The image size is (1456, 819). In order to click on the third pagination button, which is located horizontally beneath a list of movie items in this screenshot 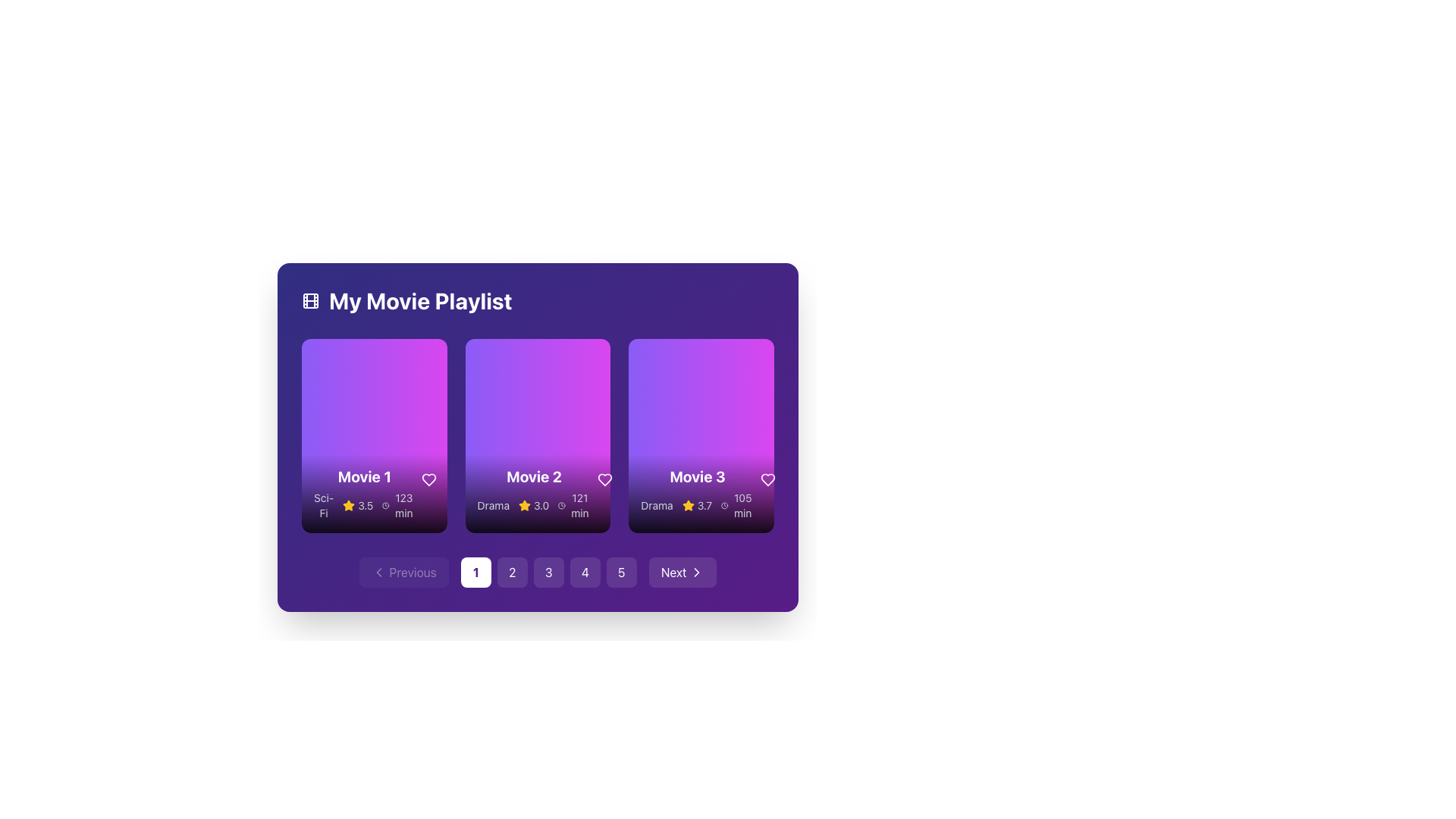, I will do `click(548, 573)`.